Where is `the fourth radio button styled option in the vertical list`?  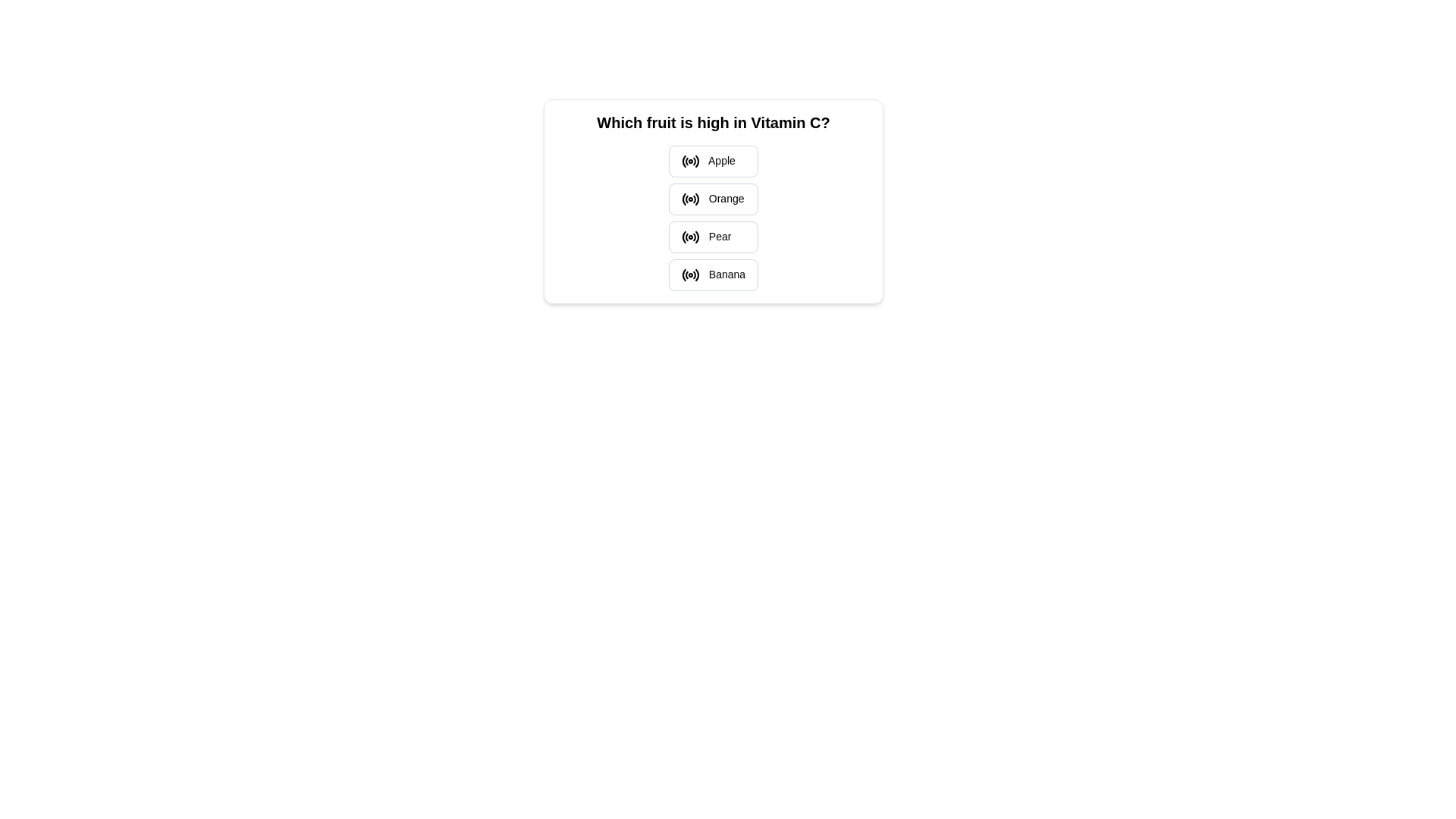
the fourth radio button styled option in the vertical list is located at coordinates (712, 275).